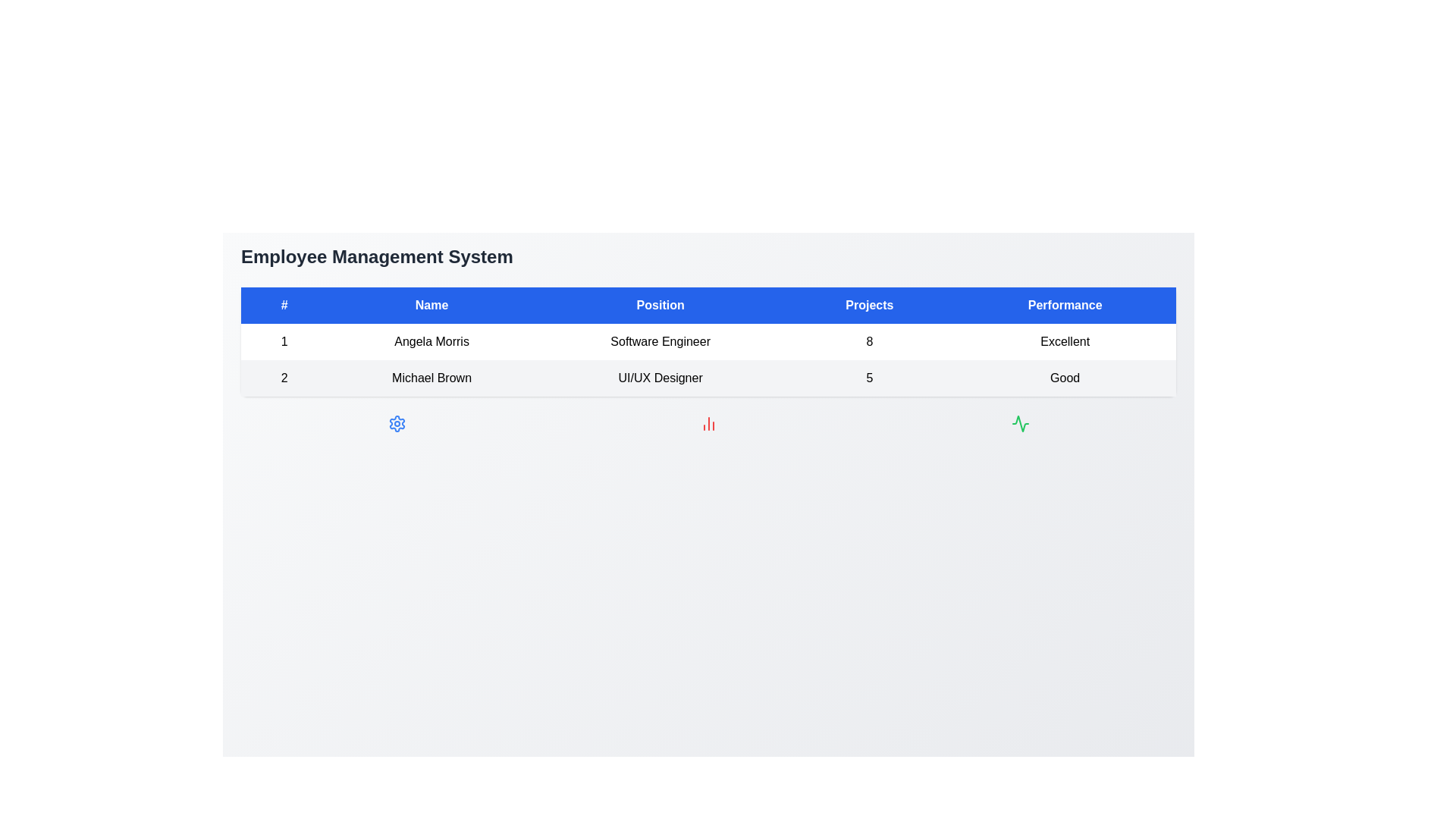  What do you see at coordinates (1064, 377) in the screenshot?
I see `the text label element displaying 'Good' in the Performance column of the data table for Michael Brown` at bounding box center [1064, 377].